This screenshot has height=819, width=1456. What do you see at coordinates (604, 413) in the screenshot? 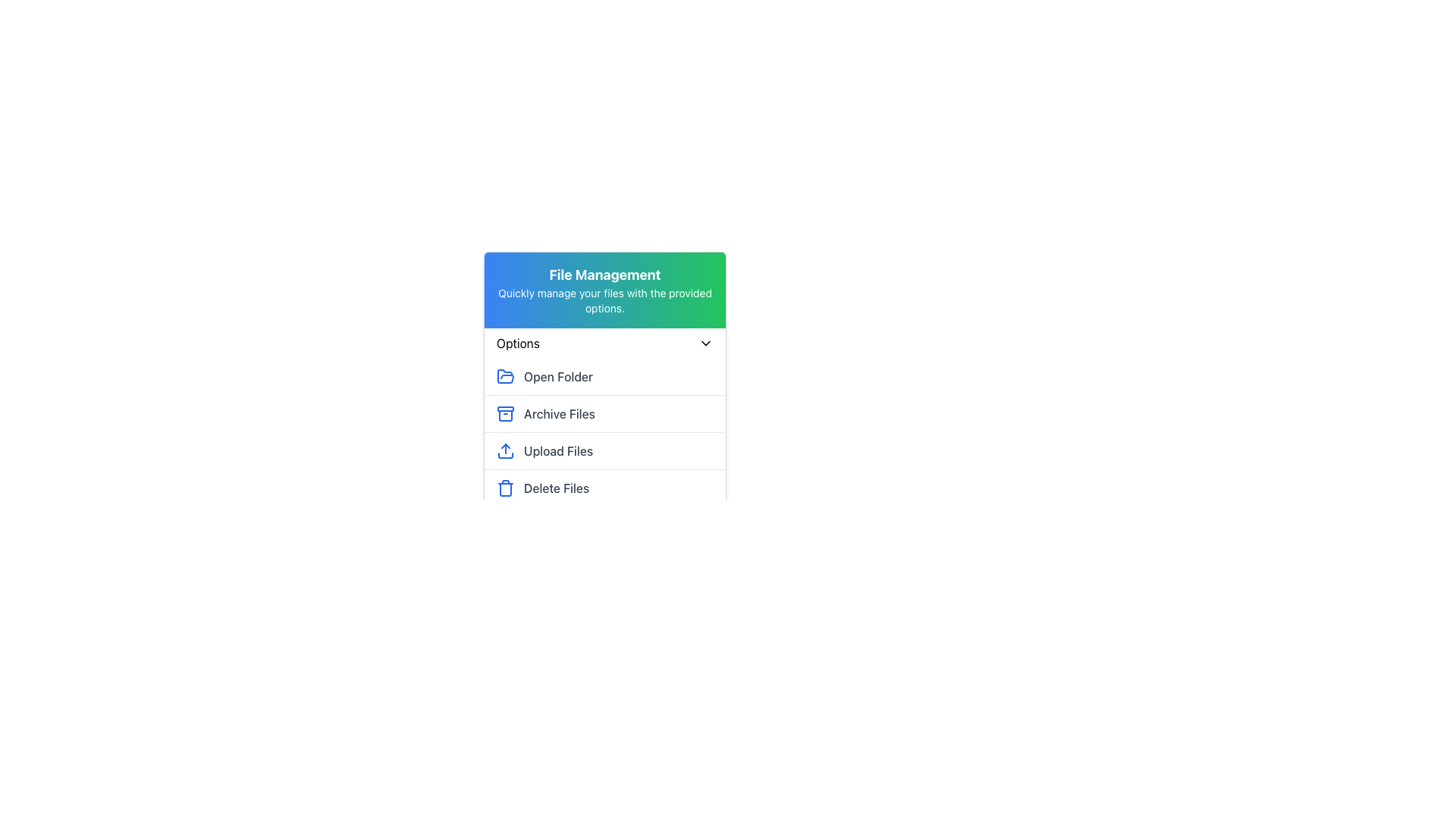
I see `the second clickable list item in the 'Options' menu, which allows the user to archive files` at bounding box center [604, 413].